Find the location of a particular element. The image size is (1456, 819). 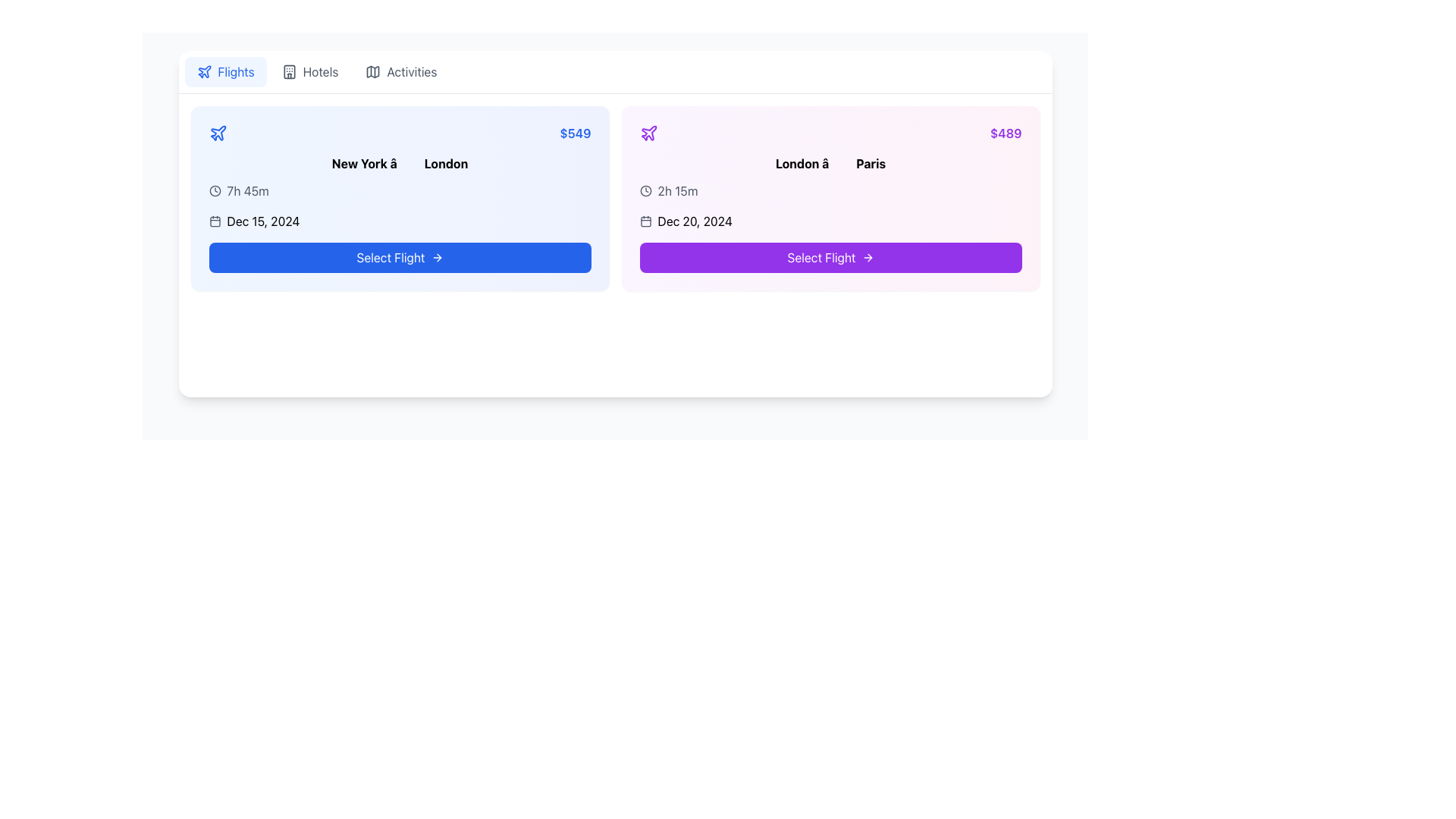

the text label displaying the price '$489' in bold purple font located in the top-right corner of the card representing travel information is located at coordinates (1006, 133).